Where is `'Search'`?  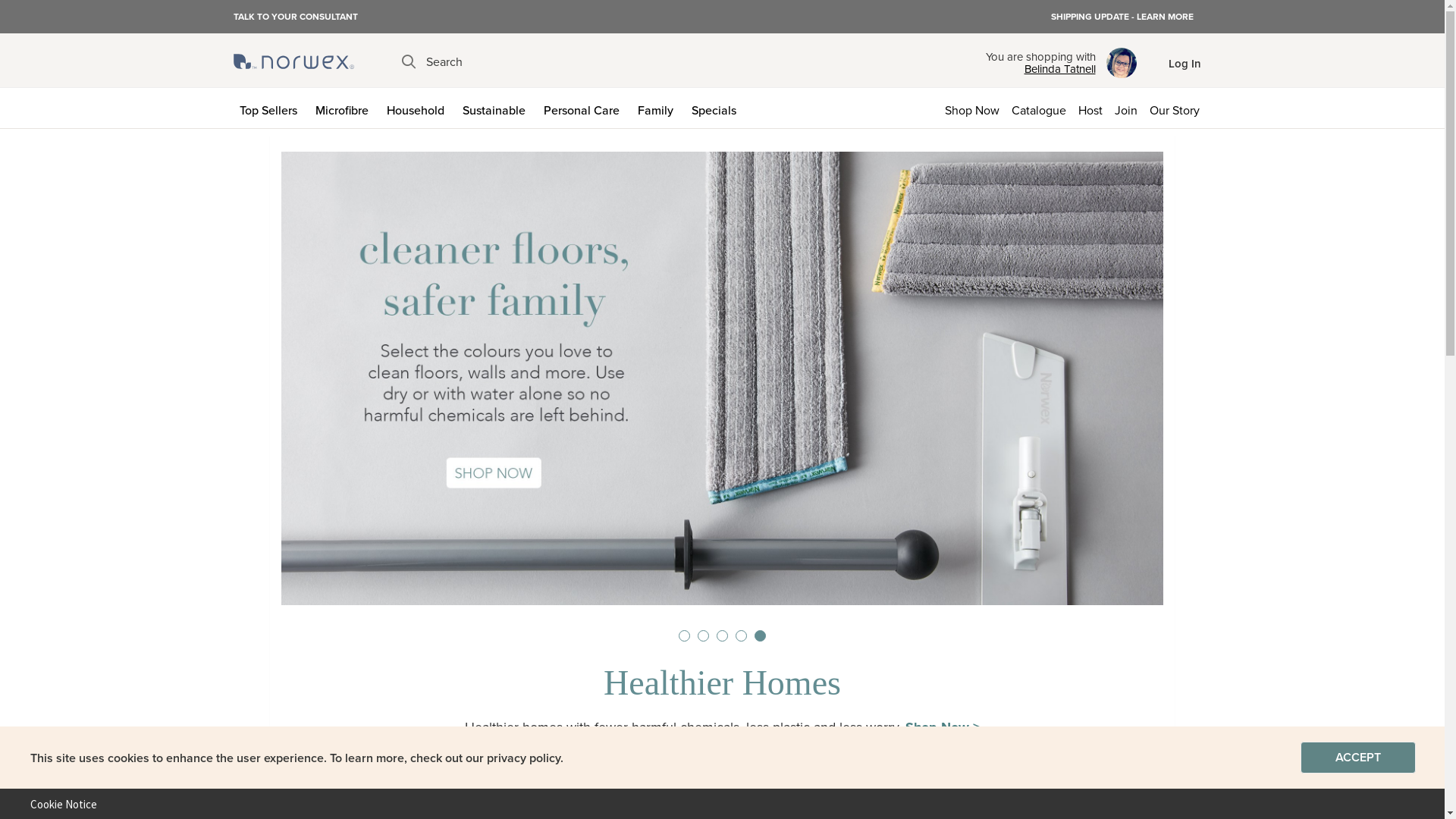
'Search' is located at coordinates (431, 61).